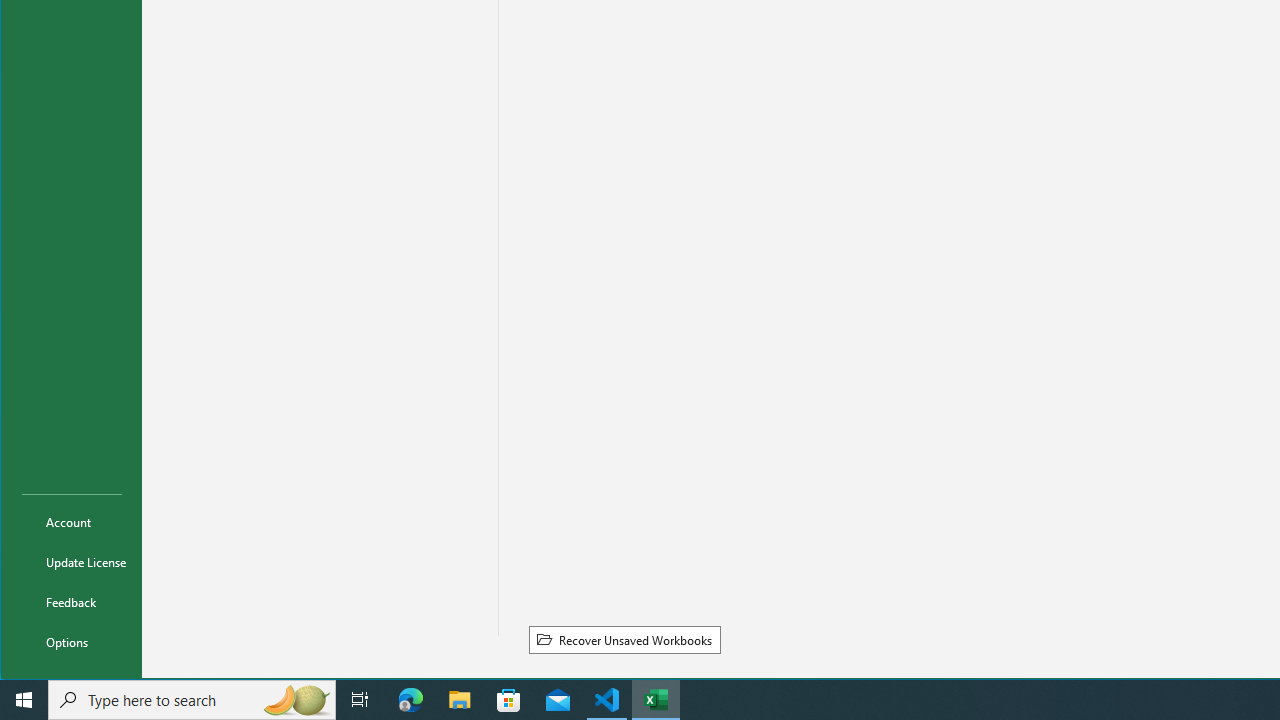 This screenshot has height=720, width=1280. I want to click on 'Visual Studio Code - 1 running window', so click(606, 698).